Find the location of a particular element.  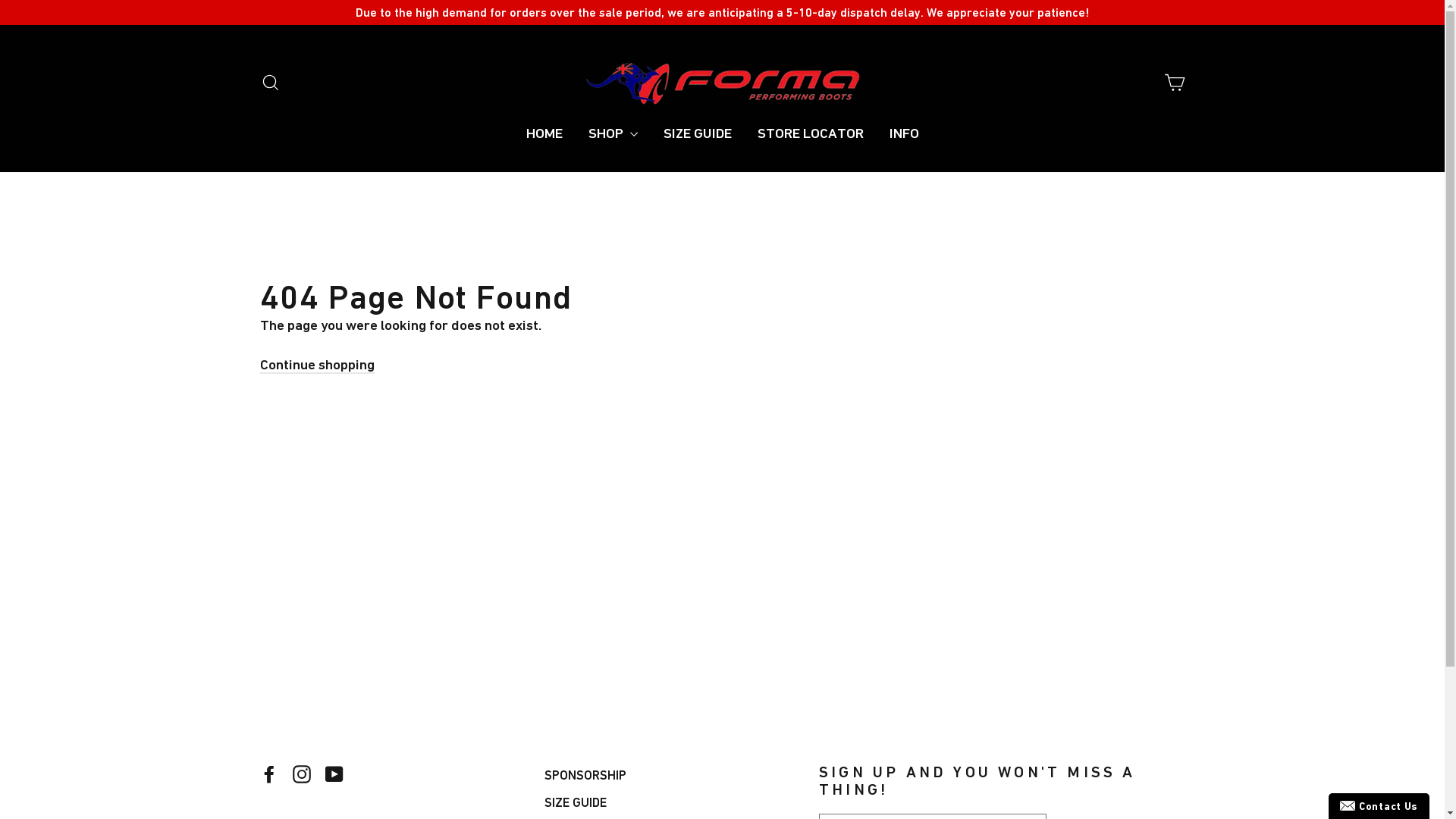

'INFO' is located at coordinates (904, 133).